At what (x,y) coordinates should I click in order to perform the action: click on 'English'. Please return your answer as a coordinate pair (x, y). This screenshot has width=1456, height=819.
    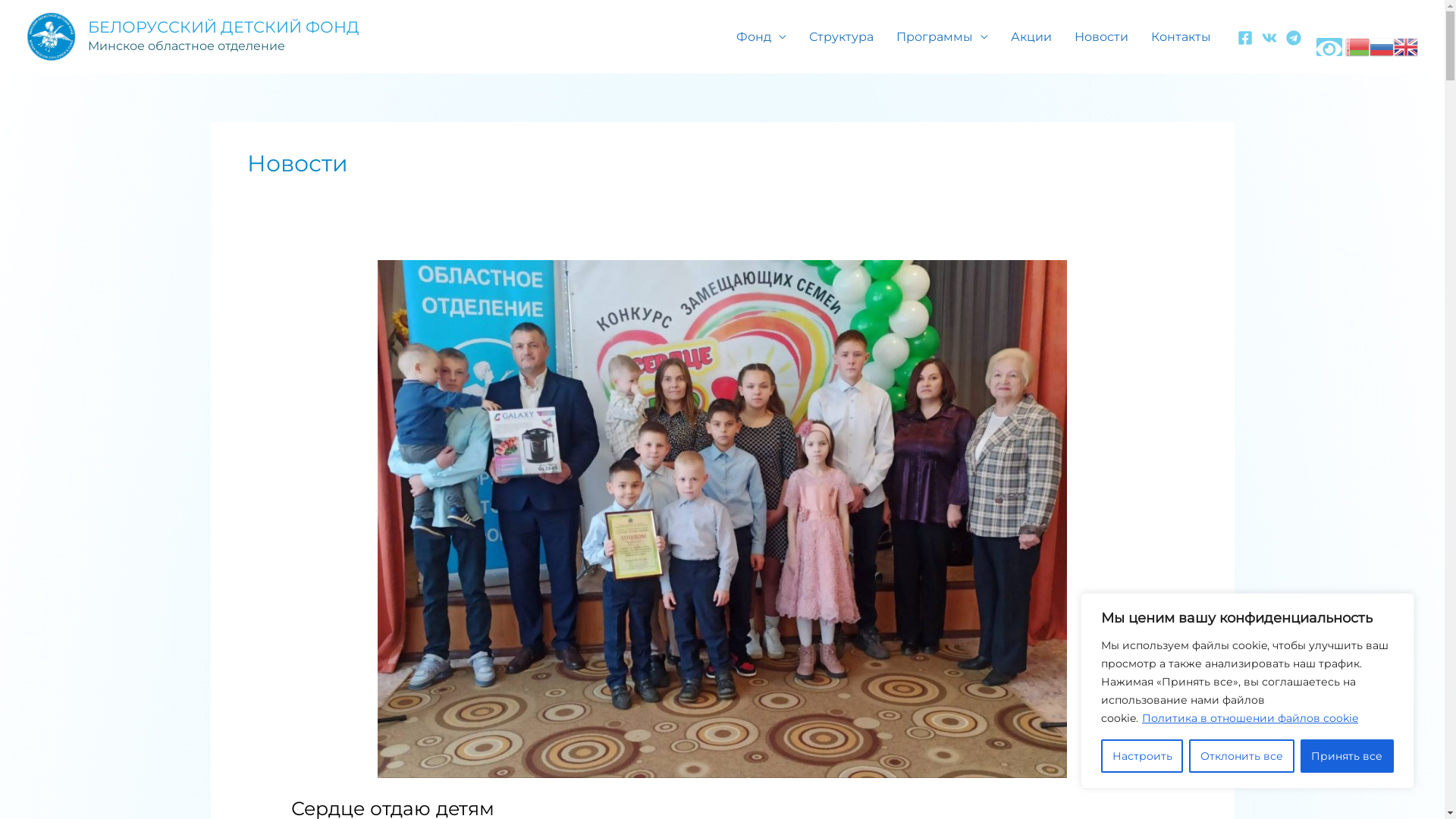
    Looking at the image, I should click on (1394, 44).